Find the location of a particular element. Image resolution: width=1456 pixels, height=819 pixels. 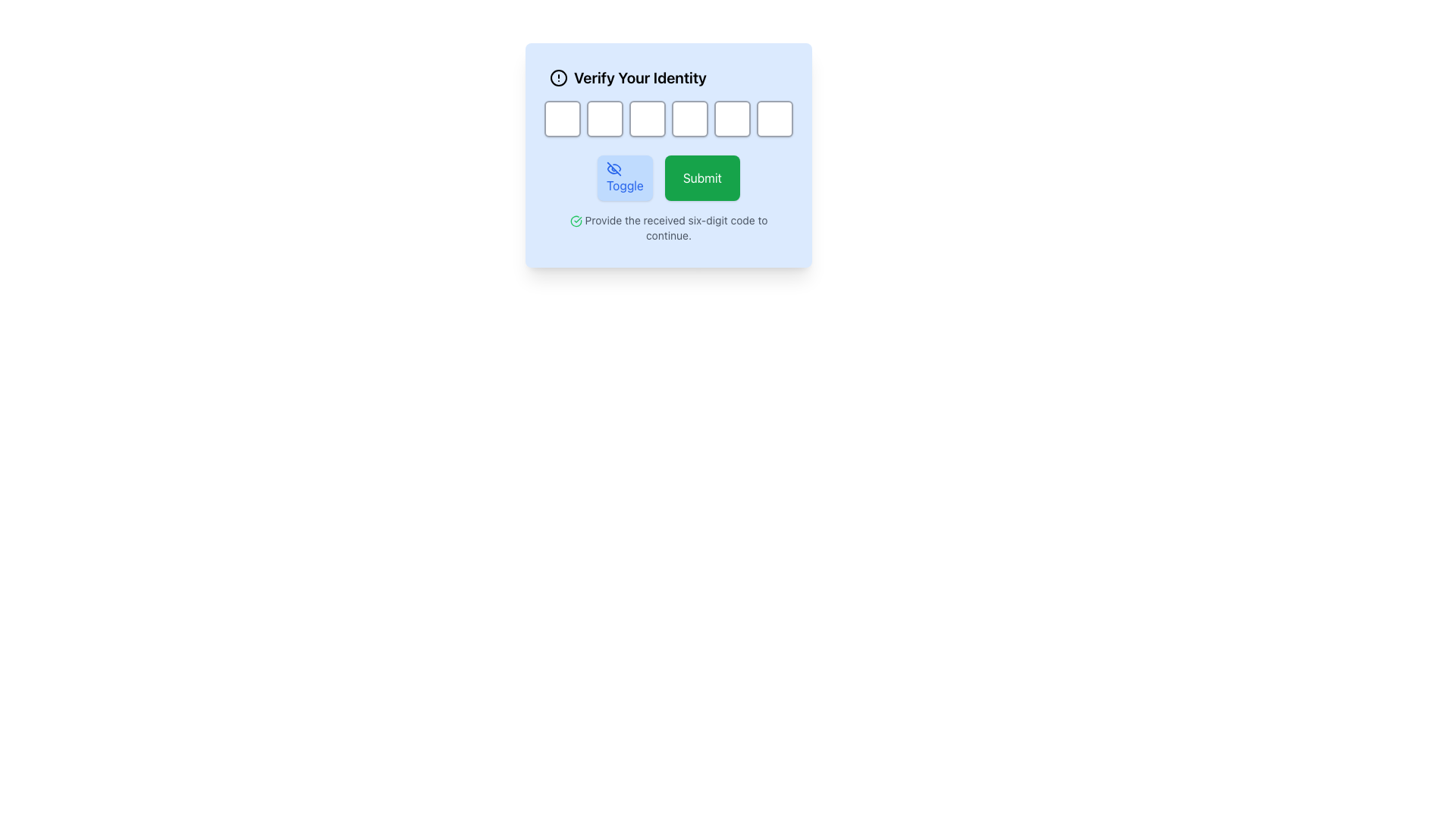

outer circle of the alert or information icon located to the left of the form heading 'Verify Your Identity' is located at coordinates (558, 78).